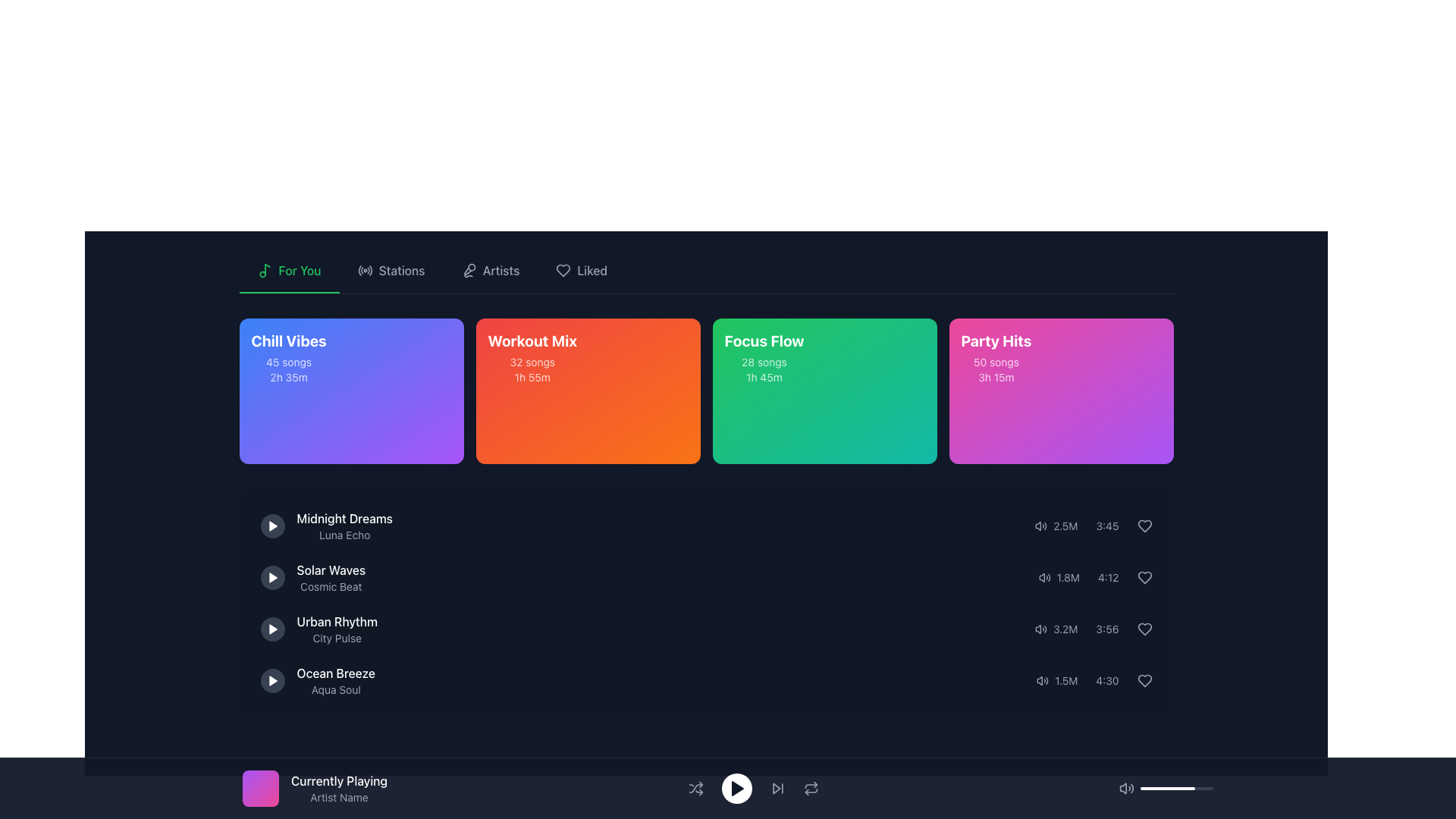 The width and height of the screenshot is (1456, 819). What do you see at coordinates (1037, 526) in the screenshot?
I see `the speaker icon representing volume functionality located at the leftmost part of the volume control icon in the song details row` at bounding box center [1037, 526].